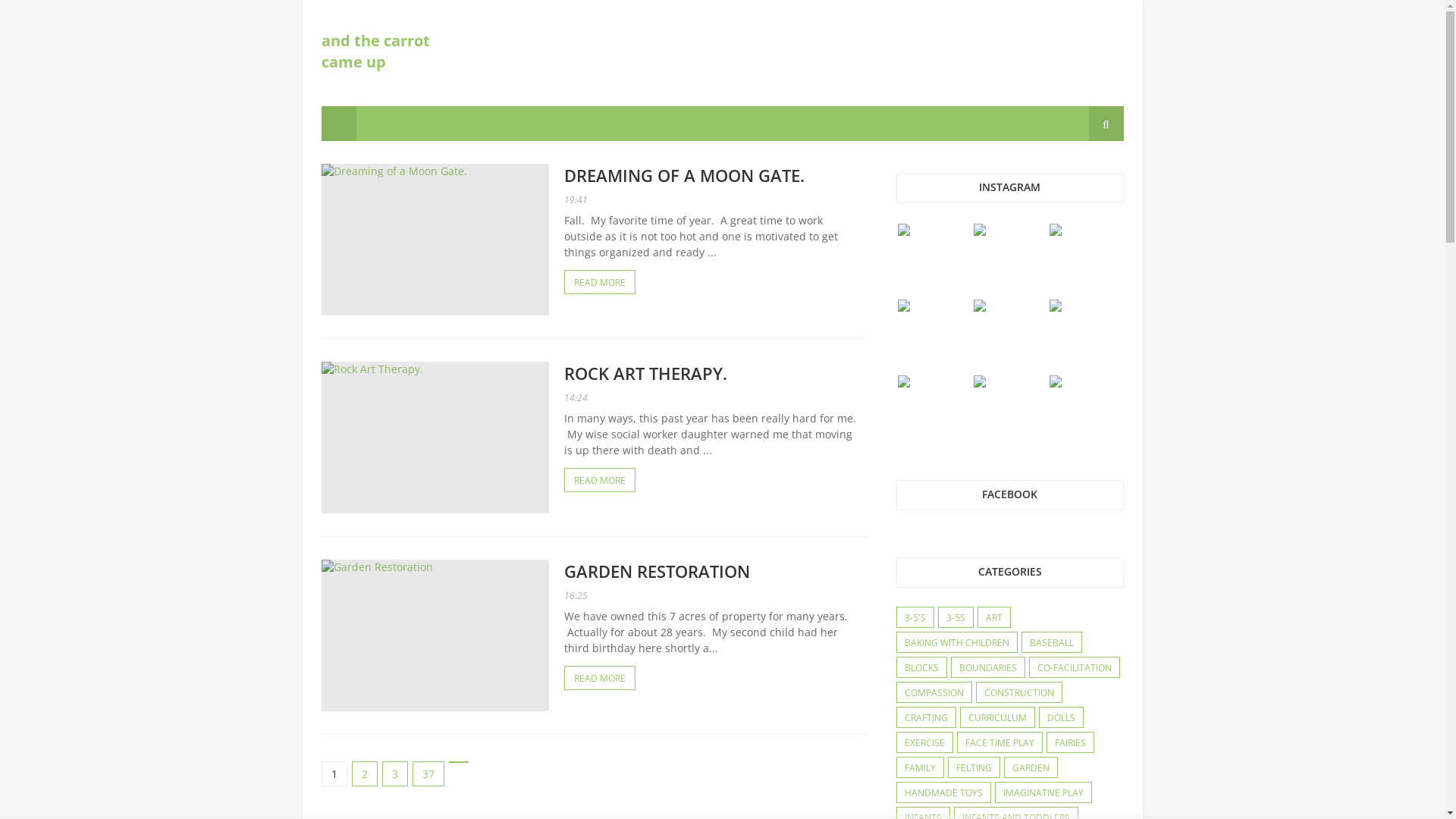 The height and width of the screenshot is (819, 1456). Describe the element at coordinates (920, 667) in the screenshot. I see `'BLOCKS'` at that location.